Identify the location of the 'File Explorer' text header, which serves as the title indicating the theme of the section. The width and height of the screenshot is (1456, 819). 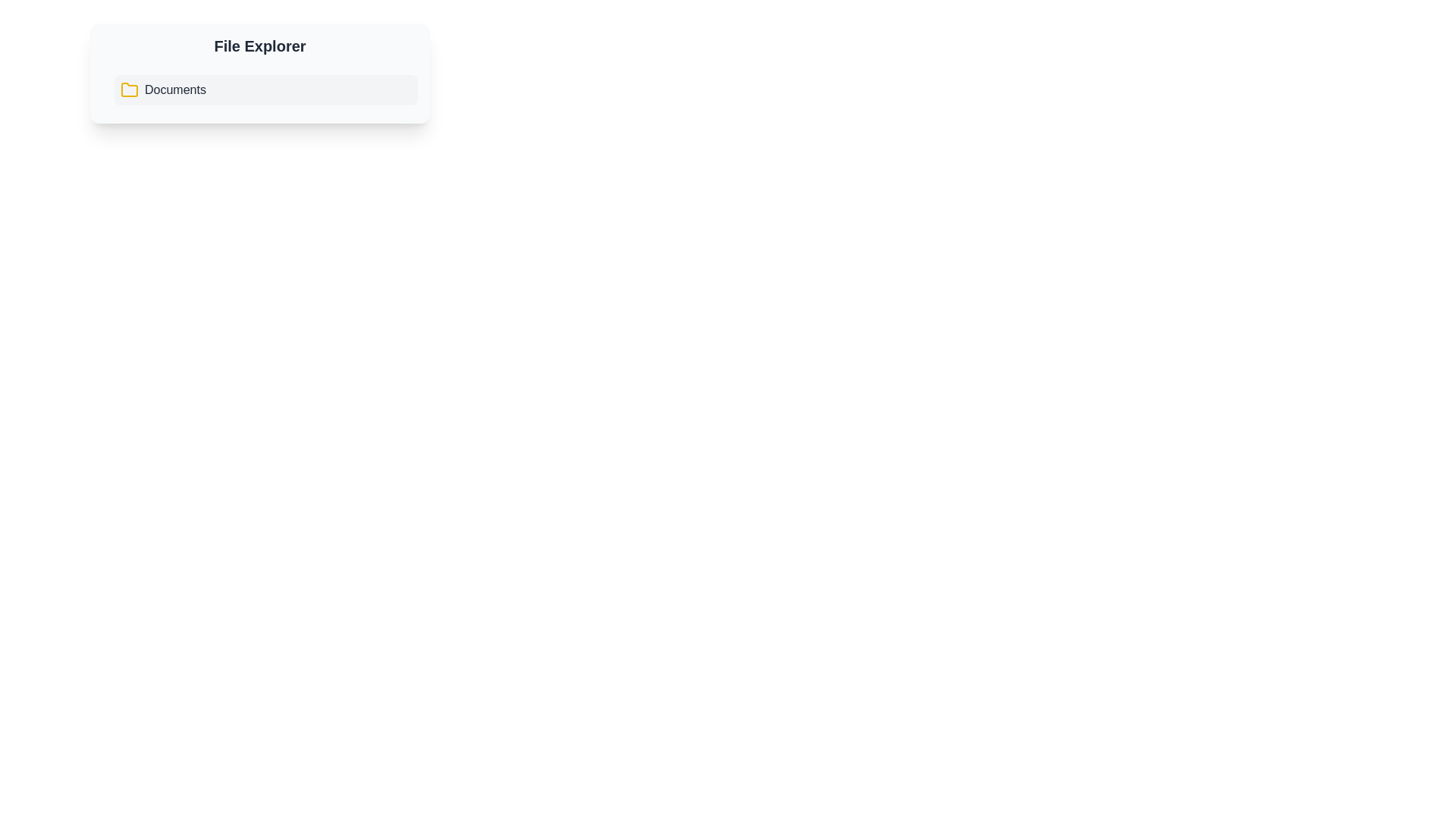
(259, 45).